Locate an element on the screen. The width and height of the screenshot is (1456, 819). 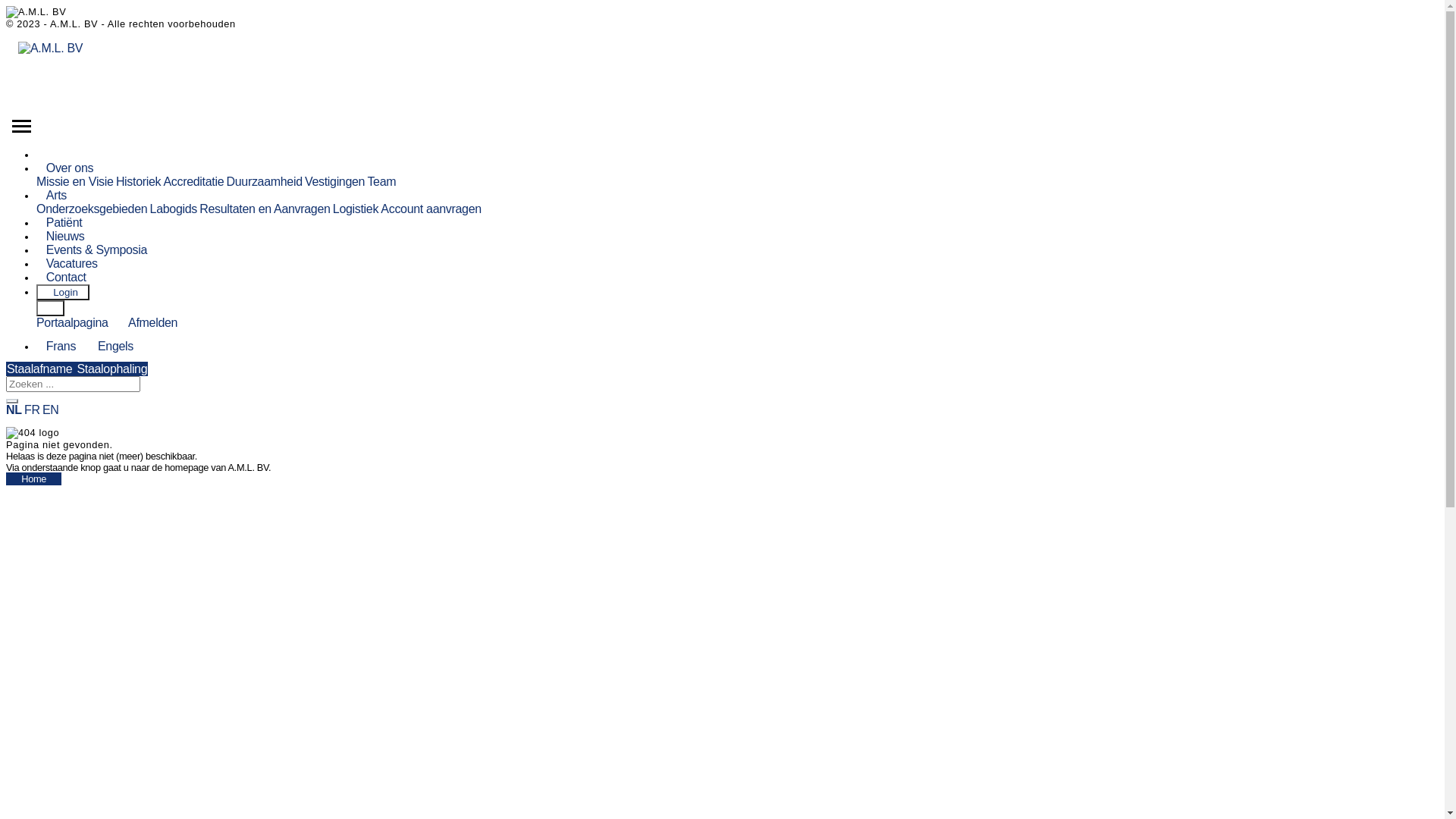
'Accreditatie' is located at coordinates (192, 180).